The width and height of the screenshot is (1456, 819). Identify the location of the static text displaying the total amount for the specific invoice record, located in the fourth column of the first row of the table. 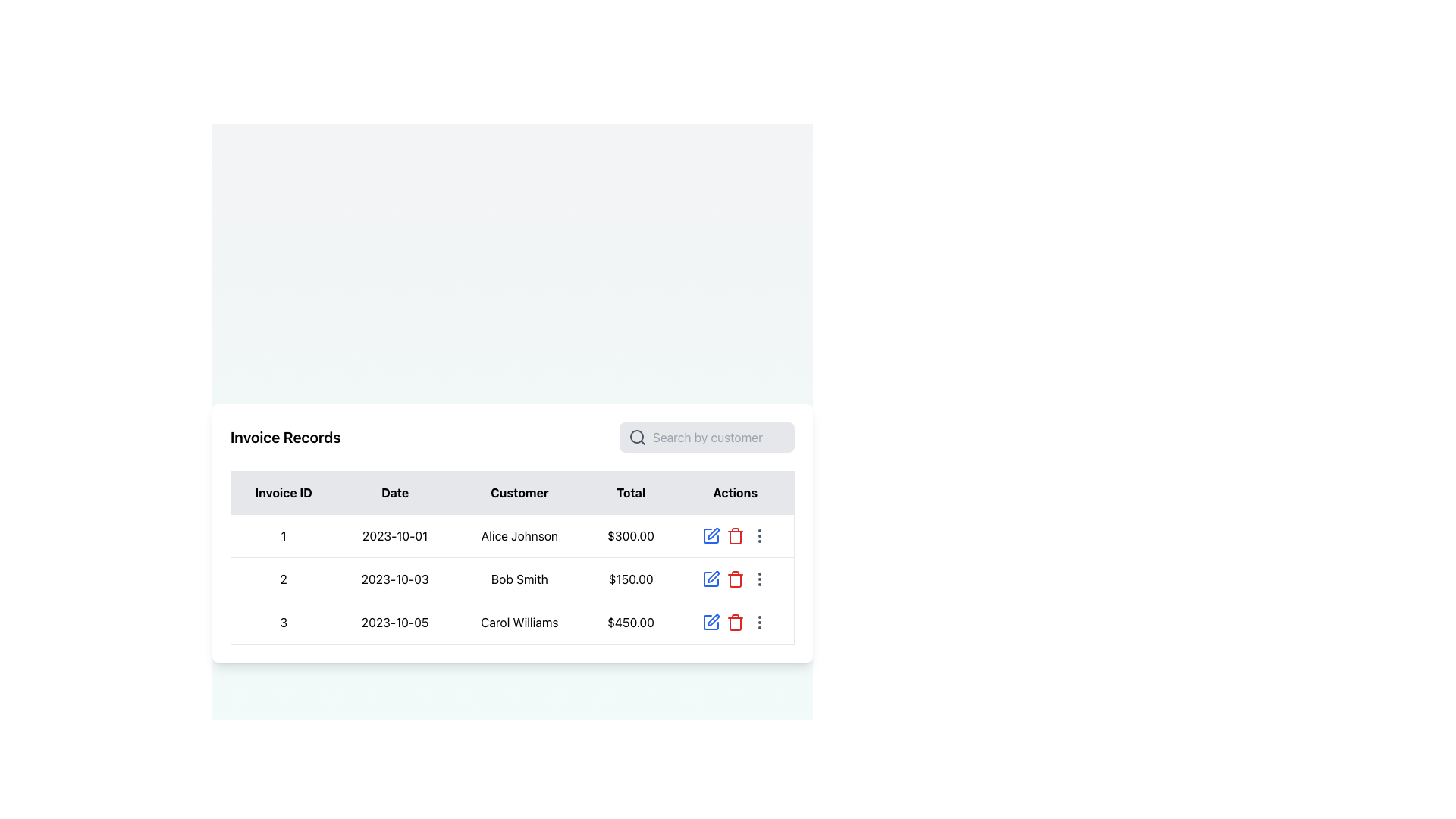
(631, 535).